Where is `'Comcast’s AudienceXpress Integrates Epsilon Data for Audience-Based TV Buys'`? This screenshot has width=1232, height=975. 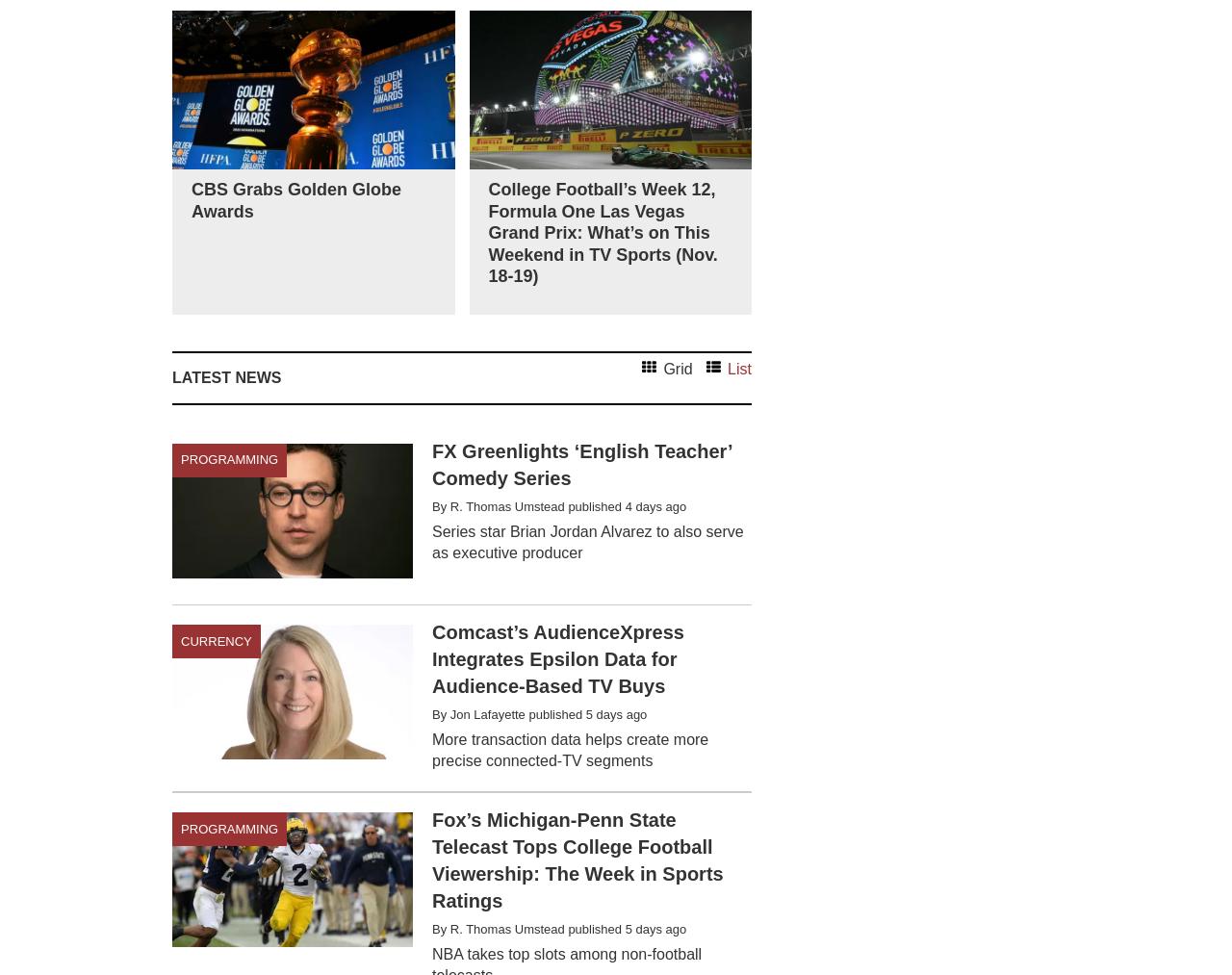
'Comcast’s AudienceXpress Integrates Epsilon Data for Audience-Based TV Buys' is located at coordinates (556, 657).